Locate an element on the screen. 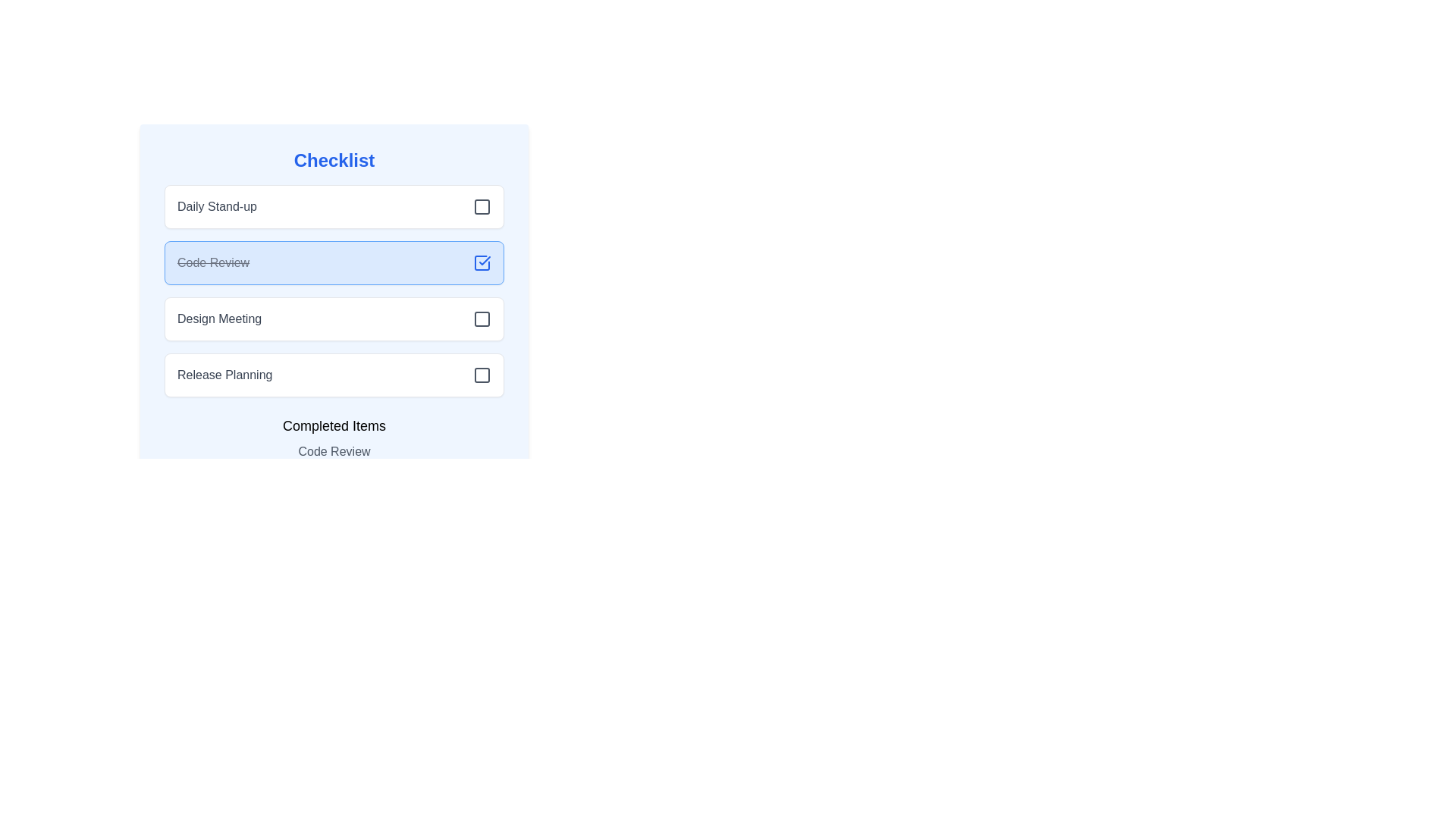 The width and height of the screenshot is (1456, 819). the gray square-shaped checkbox icon positioned to the right of 'Release Planning' is located at coordinates (481, 375).